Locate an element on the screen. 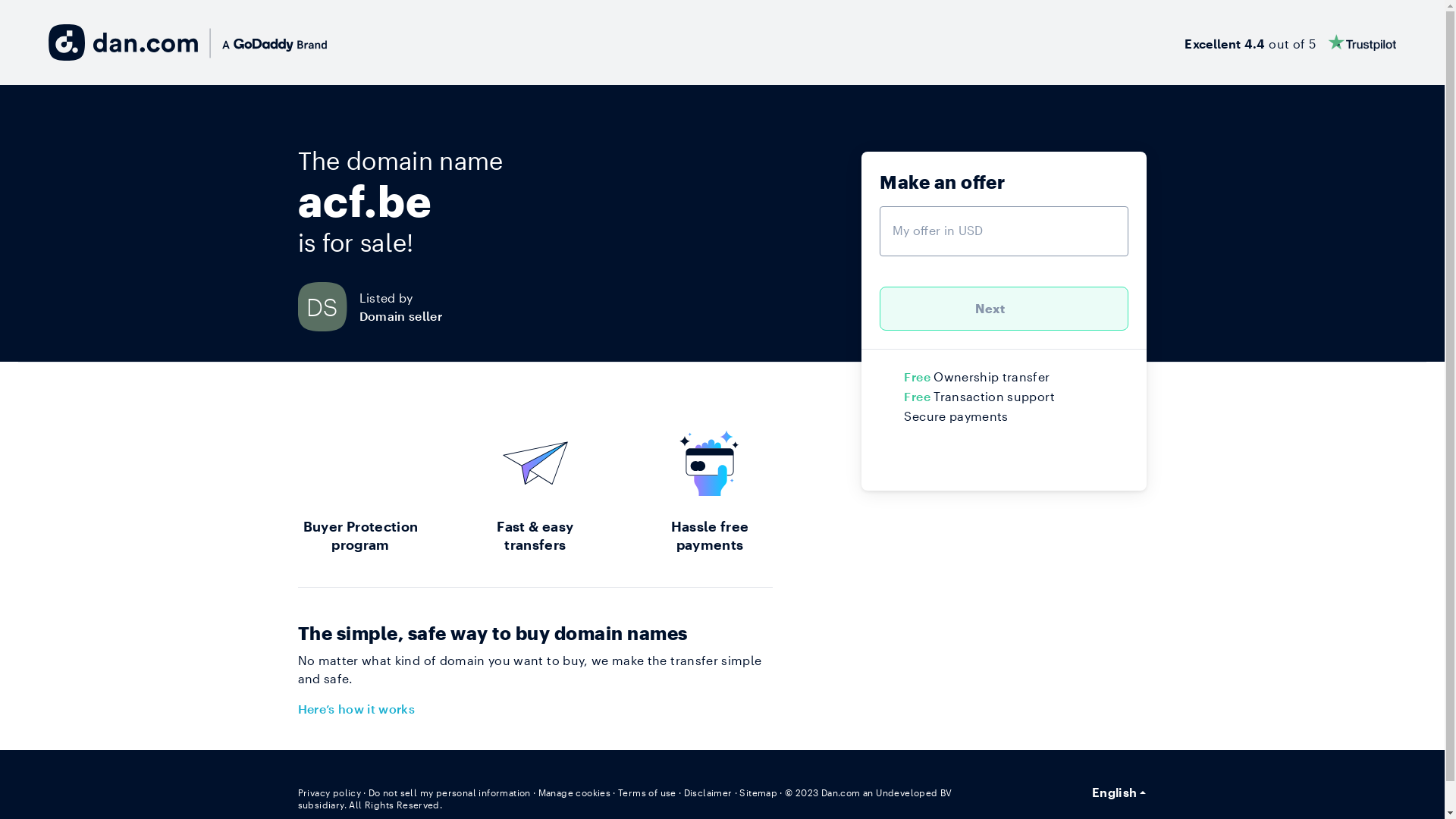  'Disclaimer' is located at coordinates (708, 792).